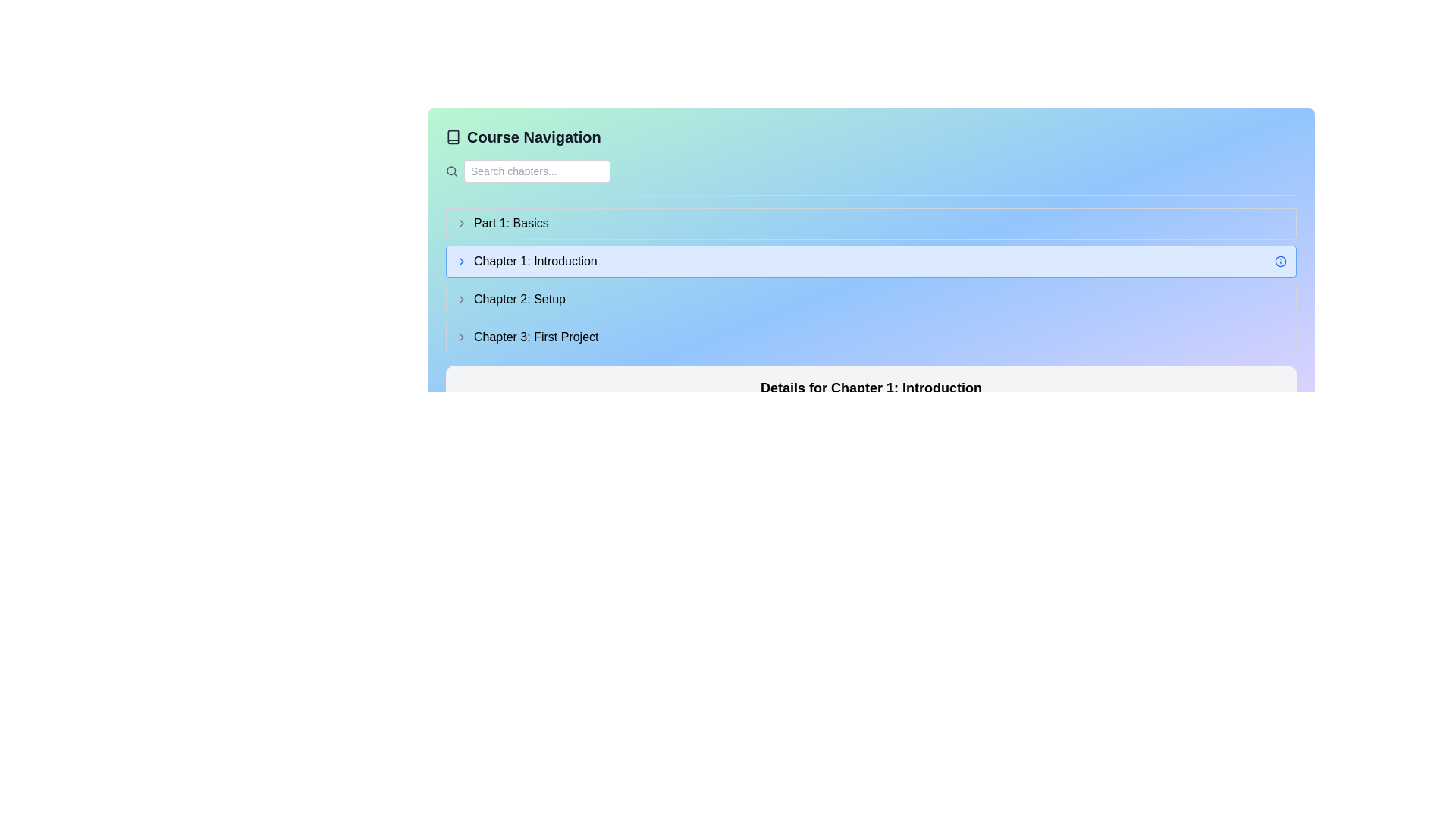 The width and height of the screenshot is (1456, 819). Describe the element at coordinates (534, 137) in the screenshot. I see `the 'Course Navigation' text label, which is styled in bold black font and positioned prominently in the UI, located to the right of a book icon` at that location.